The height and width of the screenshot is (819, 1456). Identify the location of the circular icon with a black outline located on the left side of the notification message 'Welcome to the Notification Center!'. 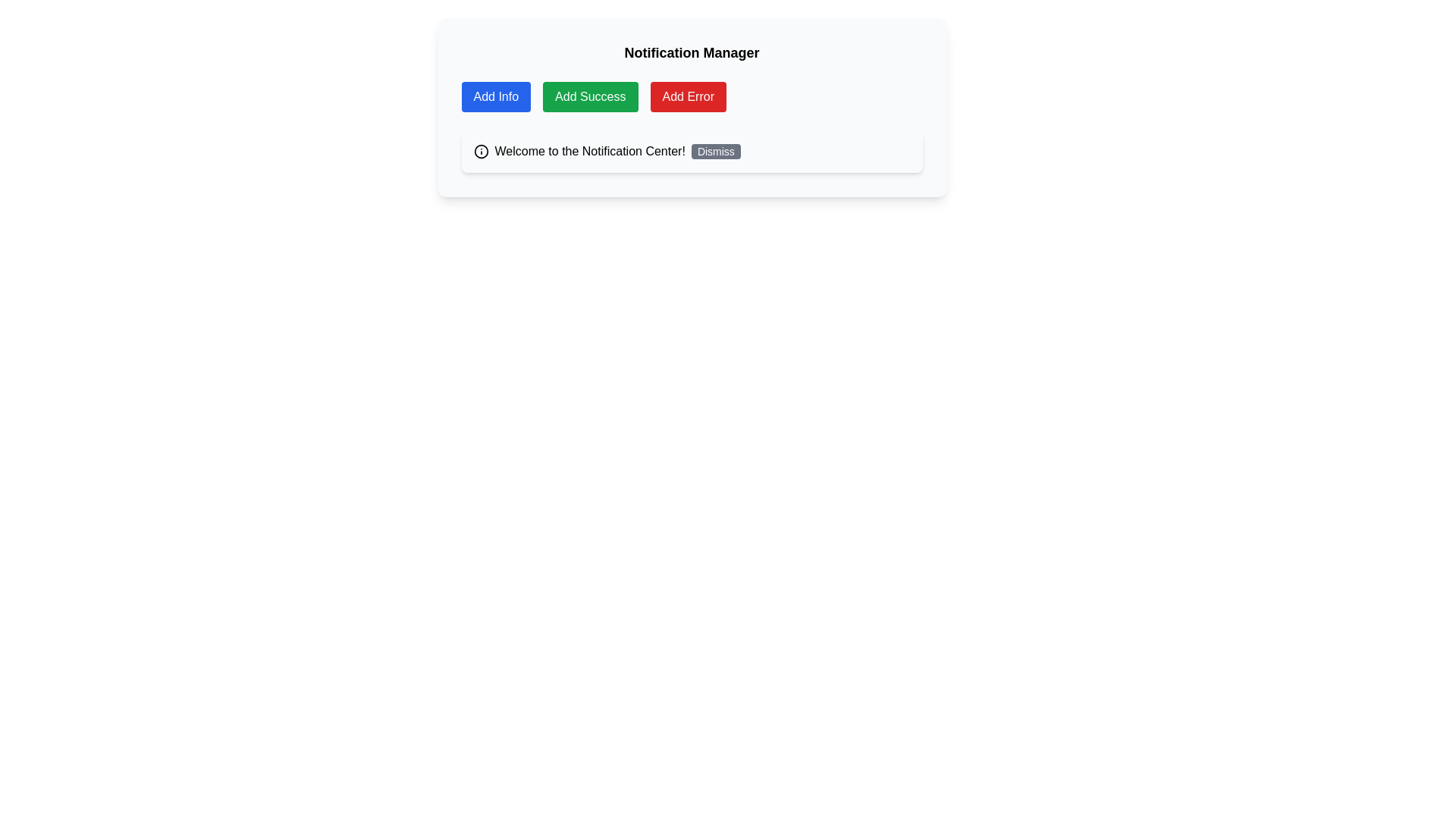
(480, 152).